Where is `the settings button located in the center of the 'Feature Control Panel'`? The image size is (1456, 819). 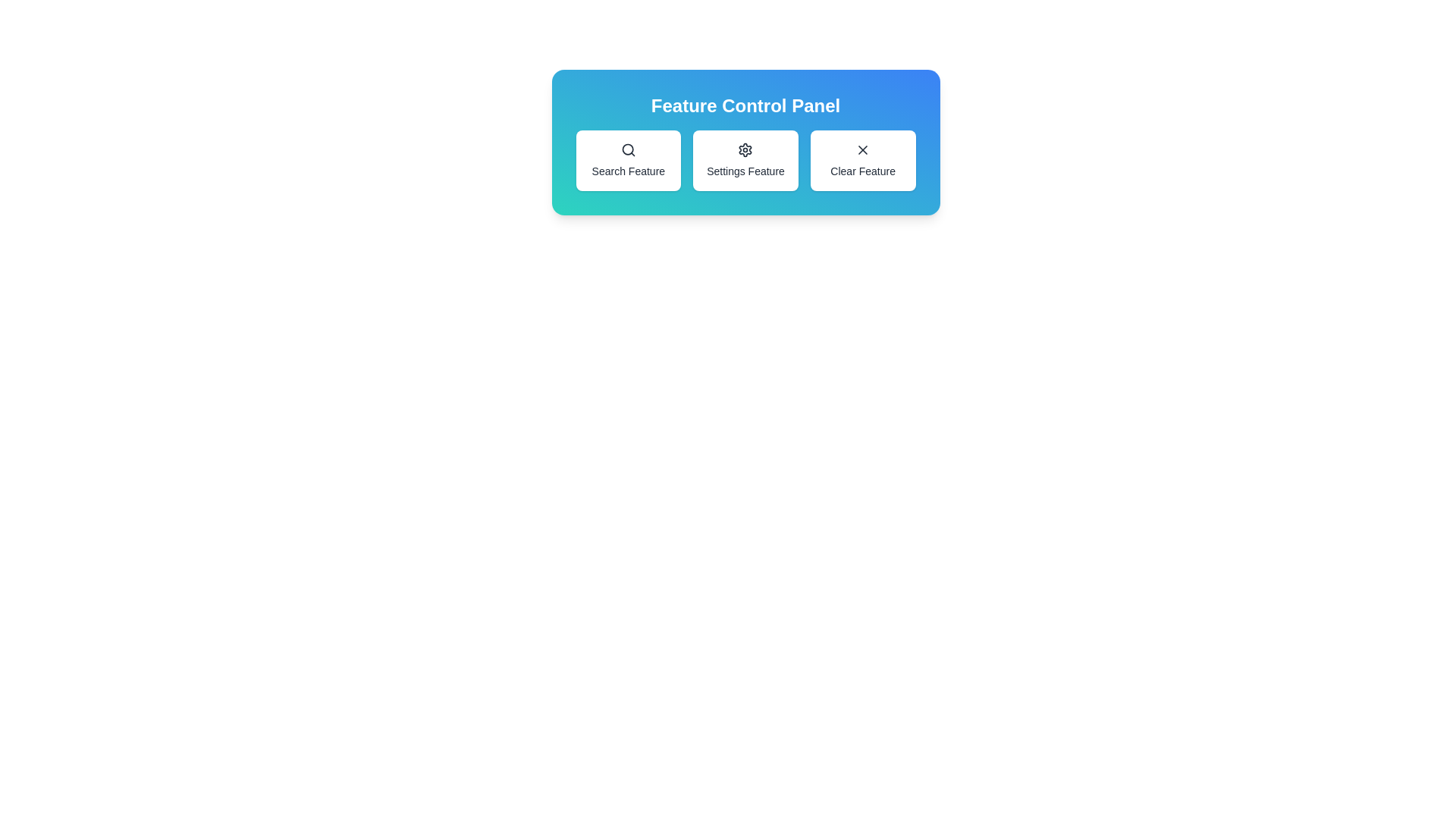
the settings button located in the center of the 'Feature Control Panel' is located at coordinates (745, 161).